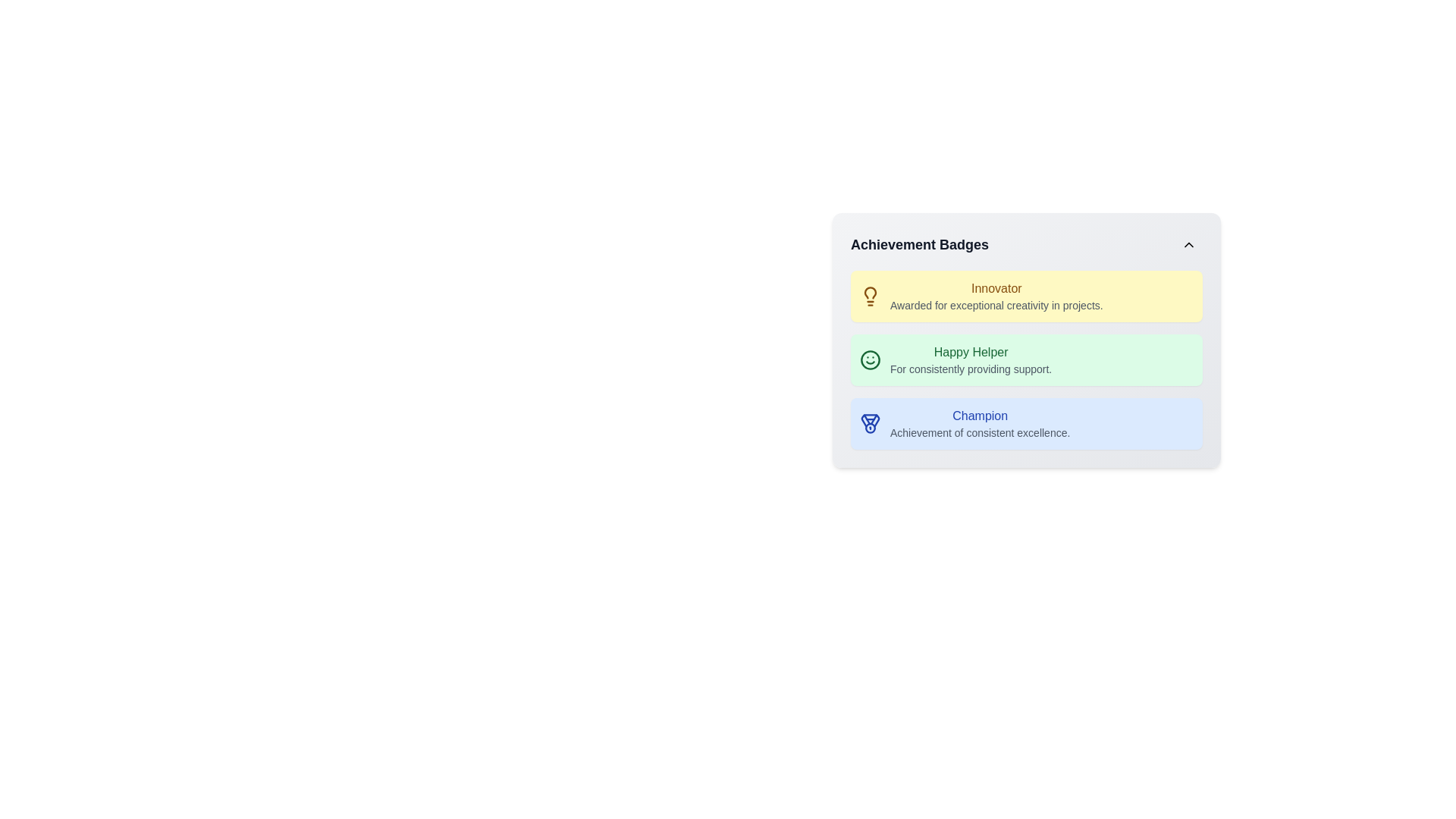 The height and width of the screenshot is (819, 1456). I want to click on the 'Happy Helper' recognition badge located in the green section of the awards list, which is the second badge from the top, so click(971, 359).